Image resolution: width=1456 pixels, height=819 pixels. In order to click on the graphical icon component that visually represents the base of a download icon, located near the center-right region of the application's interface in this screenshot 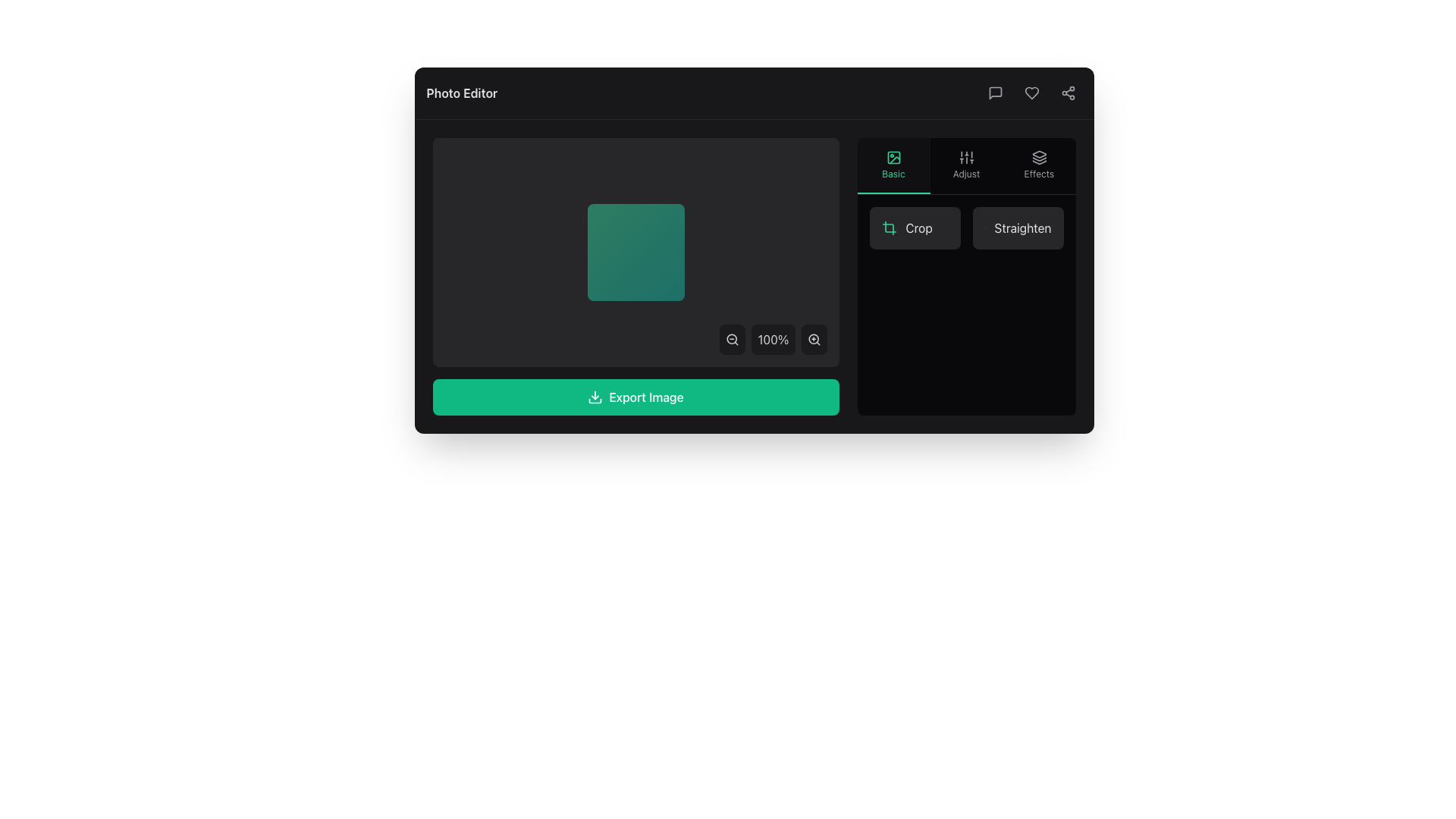, I will do `click(595, 400)`.